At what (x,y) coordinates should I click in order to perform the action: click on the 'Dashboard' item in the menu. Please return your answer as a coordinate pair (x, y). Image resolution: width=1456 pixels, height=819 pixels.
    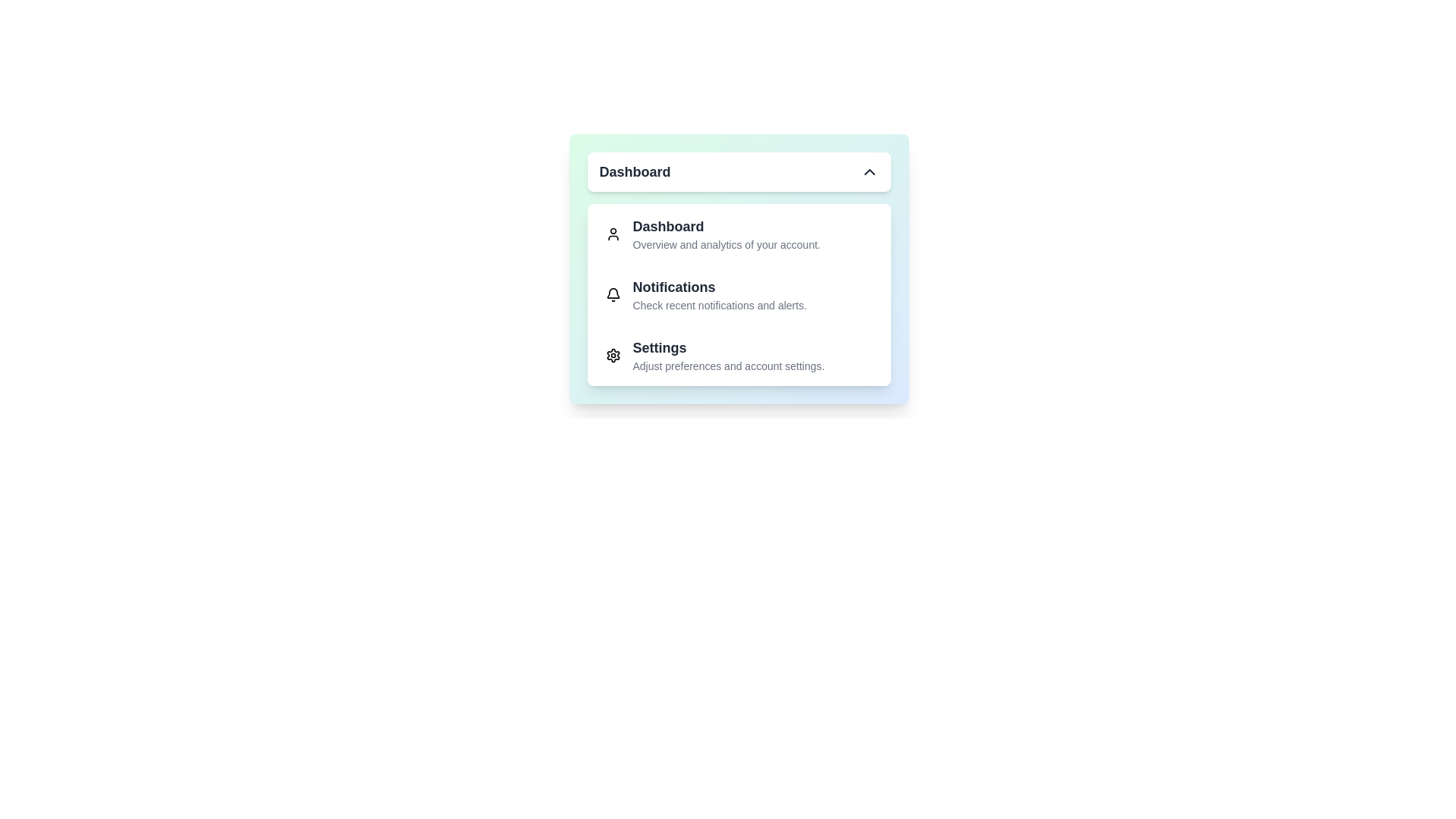
    Looking at the image, I should click on (739, 234).